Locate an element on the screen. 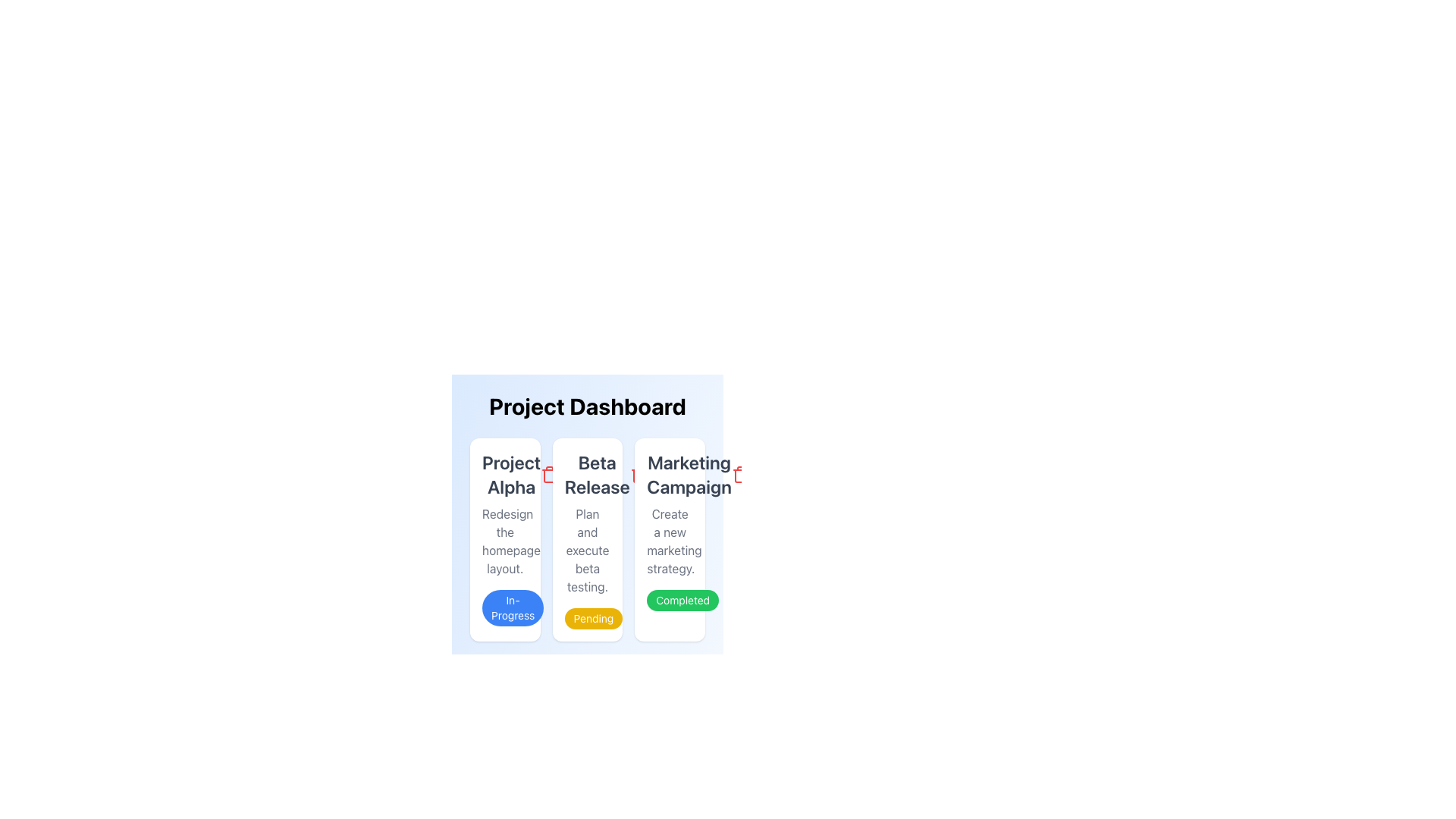 This screenshot has height=819, width=1456. the button-like component with a yellow background and white text that displays 'Pending', located at the bottom center of the 'Beta Release' card is located at coordinates (592, 619).